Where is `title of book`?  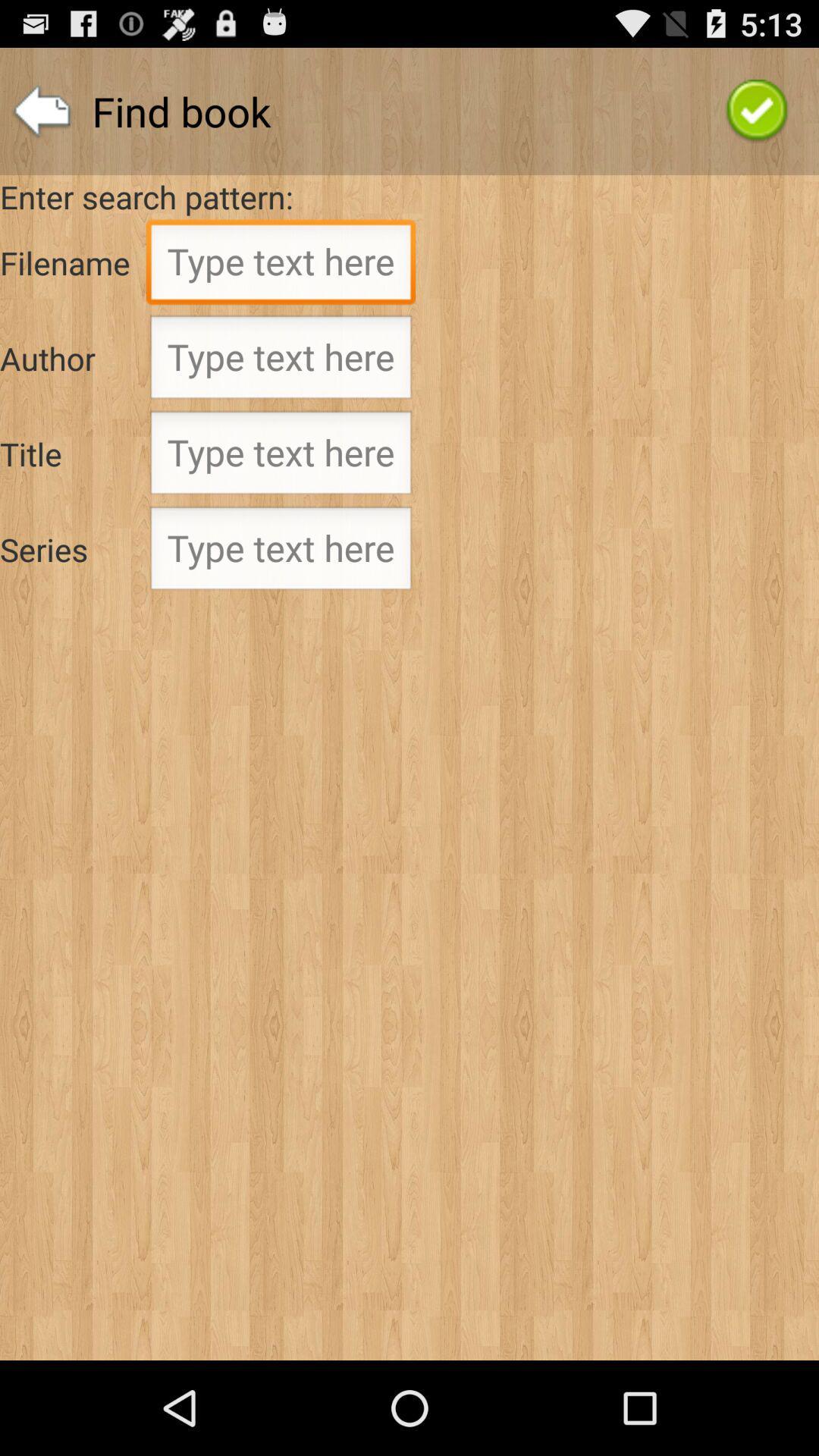
title of book is located at coordinates (281, 457).